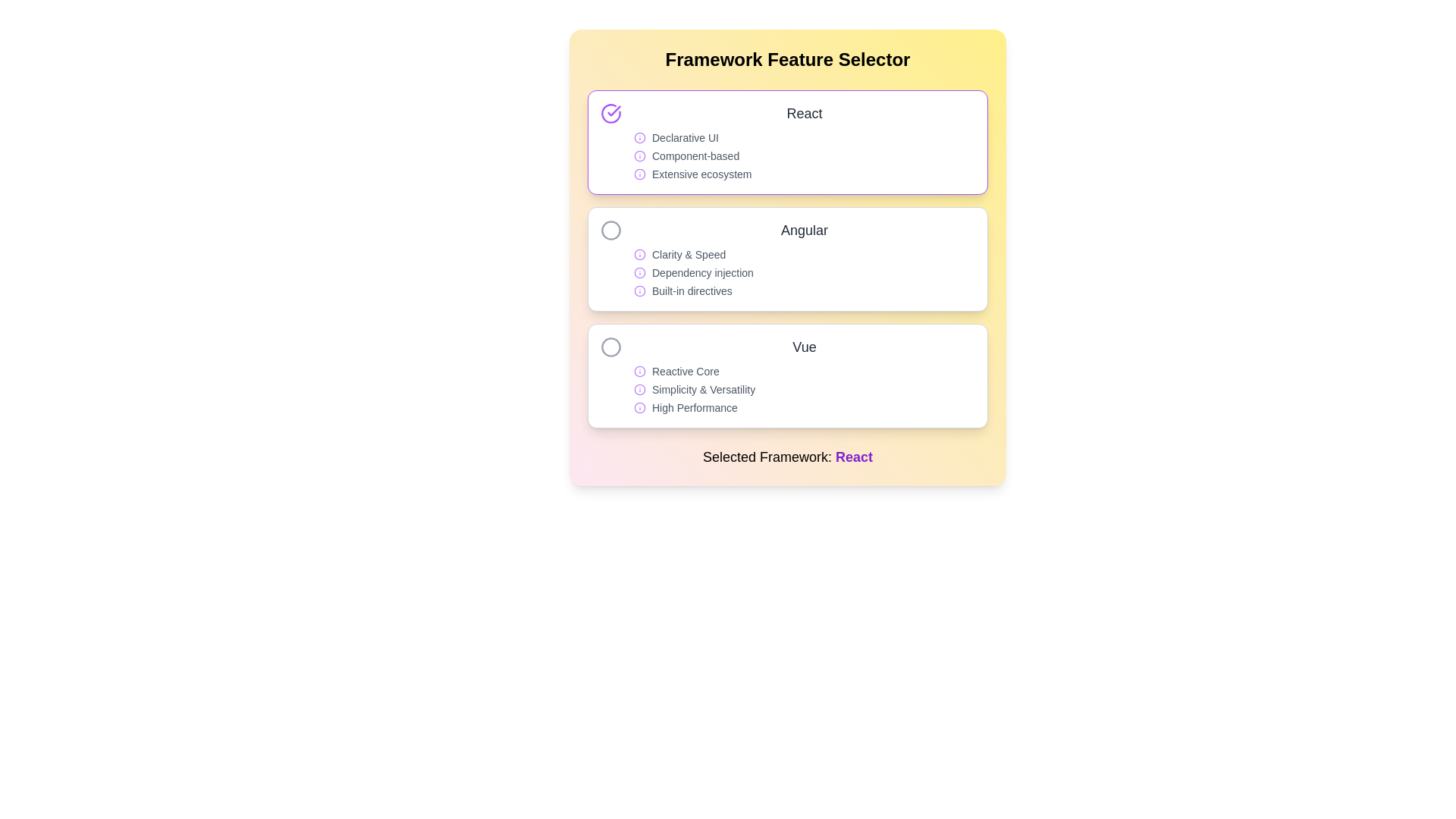  Describe the element at coordinates (640, 155) in the screenshot. I see `the purple circular icon with an 'i' symbol located in the 'React' option group, positioned to the left of the 'Component-based' text` at that location.